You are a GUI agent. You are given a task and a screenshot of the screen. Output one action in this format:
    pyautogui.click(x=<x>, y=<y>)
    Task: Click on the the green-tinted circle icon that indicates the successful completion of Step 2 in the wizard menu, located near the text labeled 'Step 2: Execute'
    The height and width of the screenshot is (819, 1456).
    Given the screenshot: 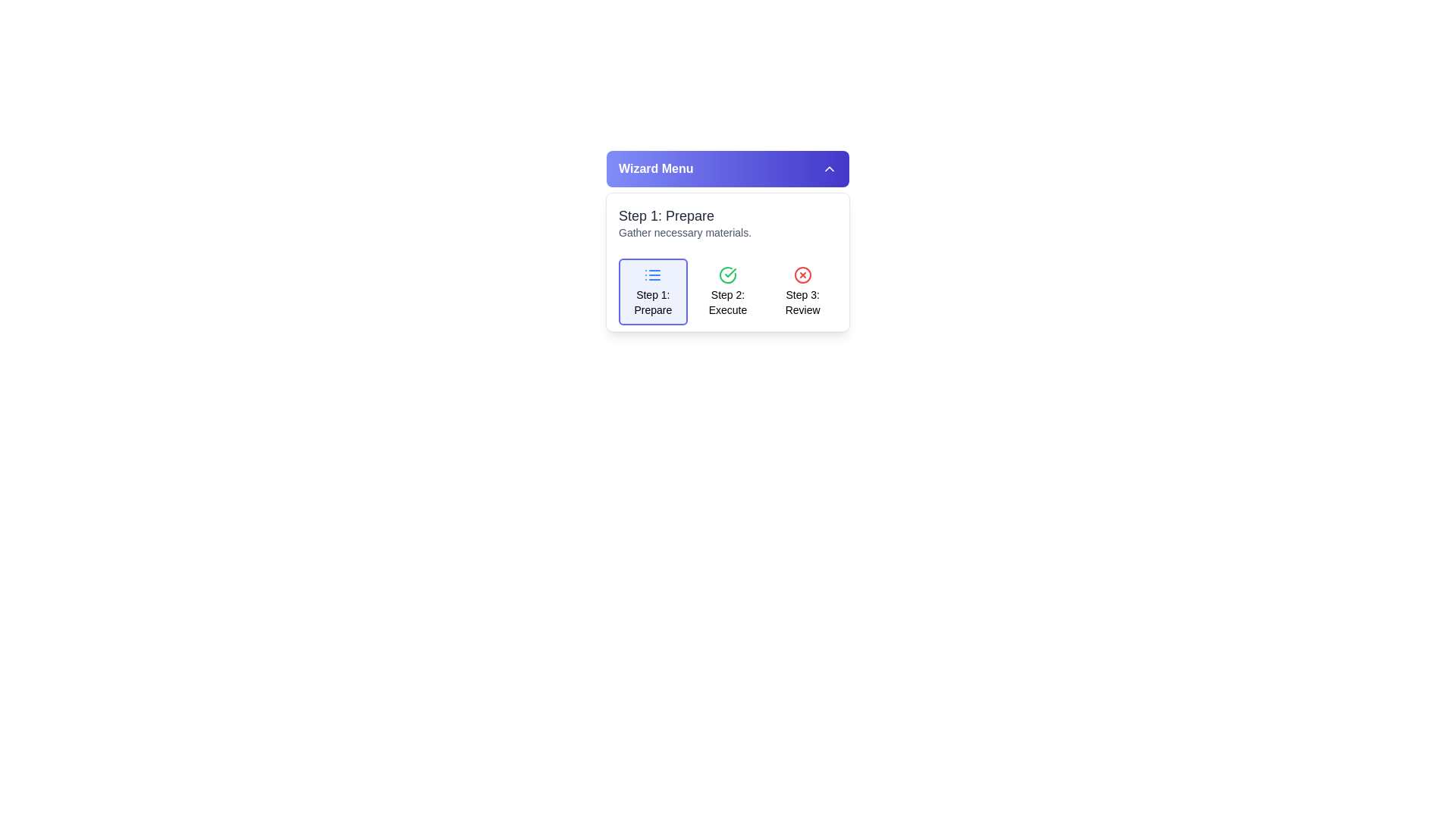 What is the action you would take?
    pyautogui.click(x=730, y=271)
    